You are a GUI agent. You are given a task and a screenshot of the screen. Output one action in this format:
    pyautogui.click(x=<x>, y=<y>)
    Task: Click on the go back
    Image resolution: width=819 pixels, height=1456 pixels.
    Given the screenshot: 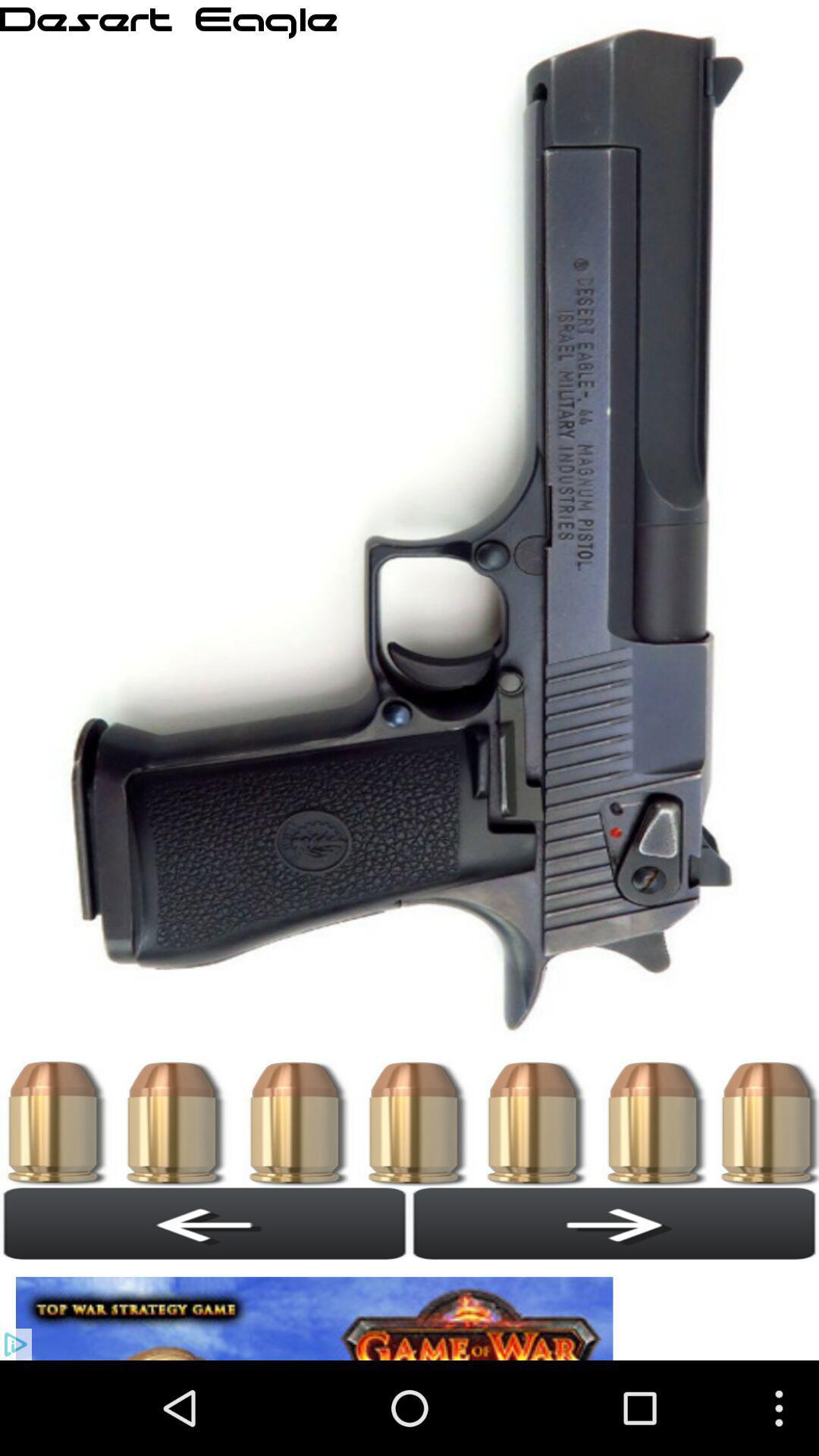 What is the action you would take?
    pyautogui.click(x=614, y=1223)
    